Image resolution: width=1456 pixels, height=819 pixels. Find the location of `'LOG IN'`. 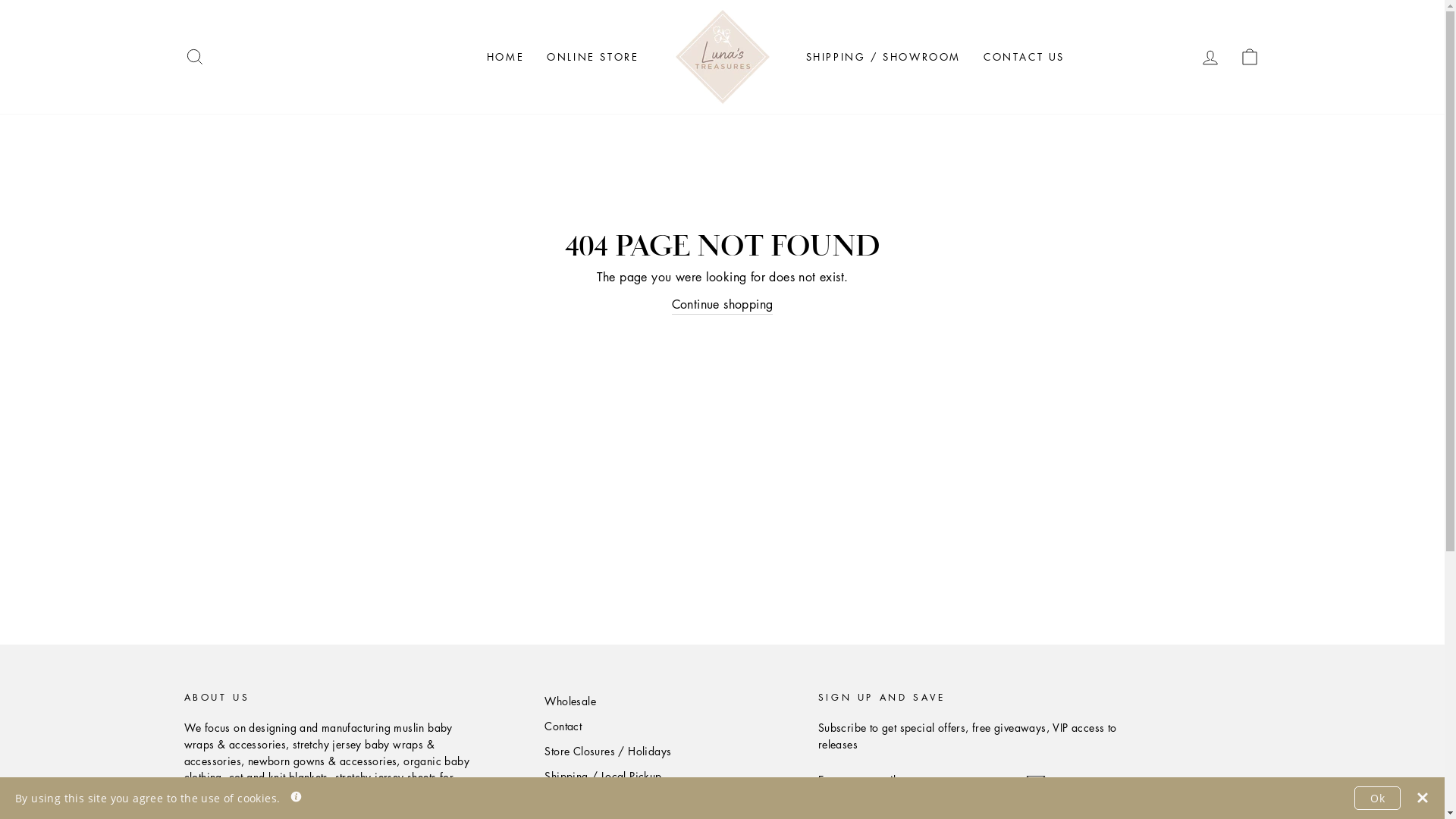

'LOG IN' is located at coordinates (1189, 56).